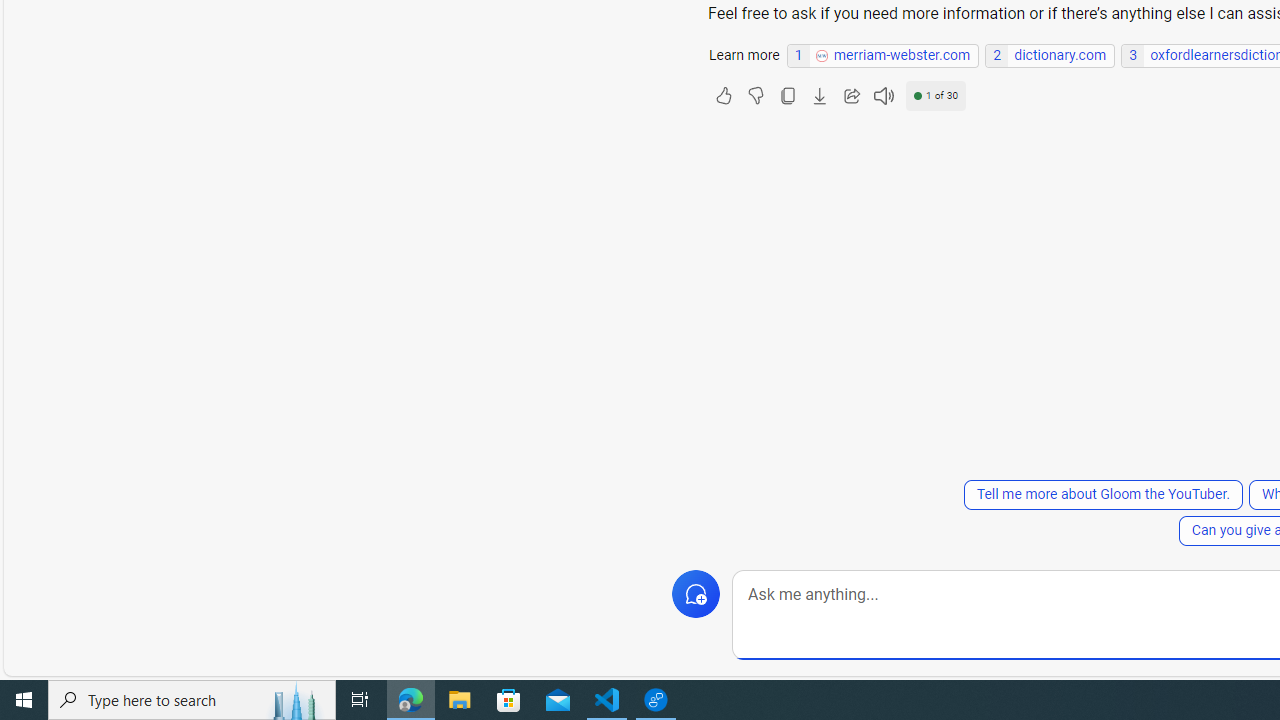 The width and height of the screenshot is (1280, 720). Describe the element at coordinates (754, 96) in the screenshot. I see `'Dislike'` at that location.